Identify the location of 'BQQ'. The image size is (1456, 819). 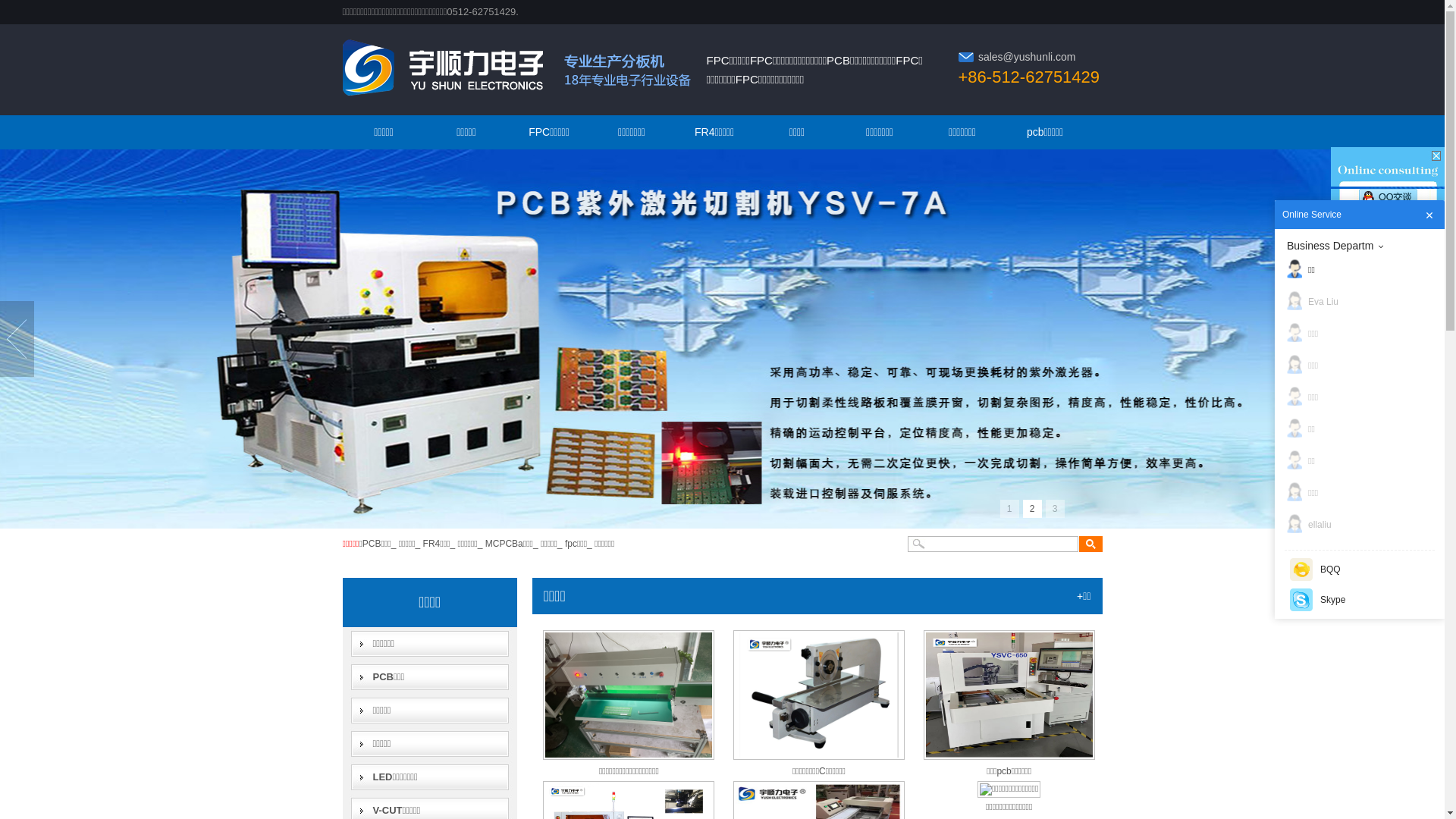
(1288, 570).